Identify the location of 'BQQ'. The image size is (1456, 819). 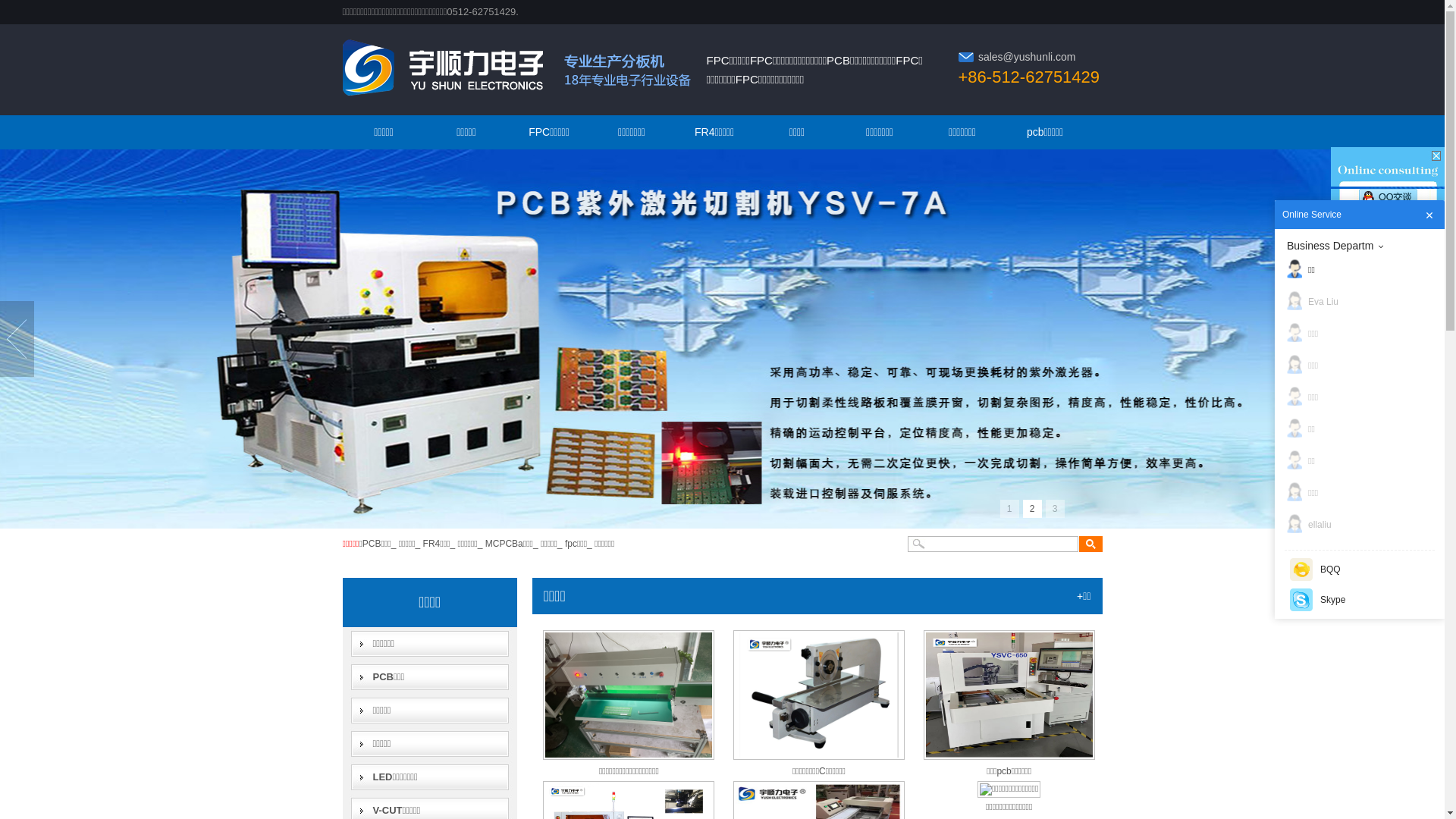
(1288, 570).